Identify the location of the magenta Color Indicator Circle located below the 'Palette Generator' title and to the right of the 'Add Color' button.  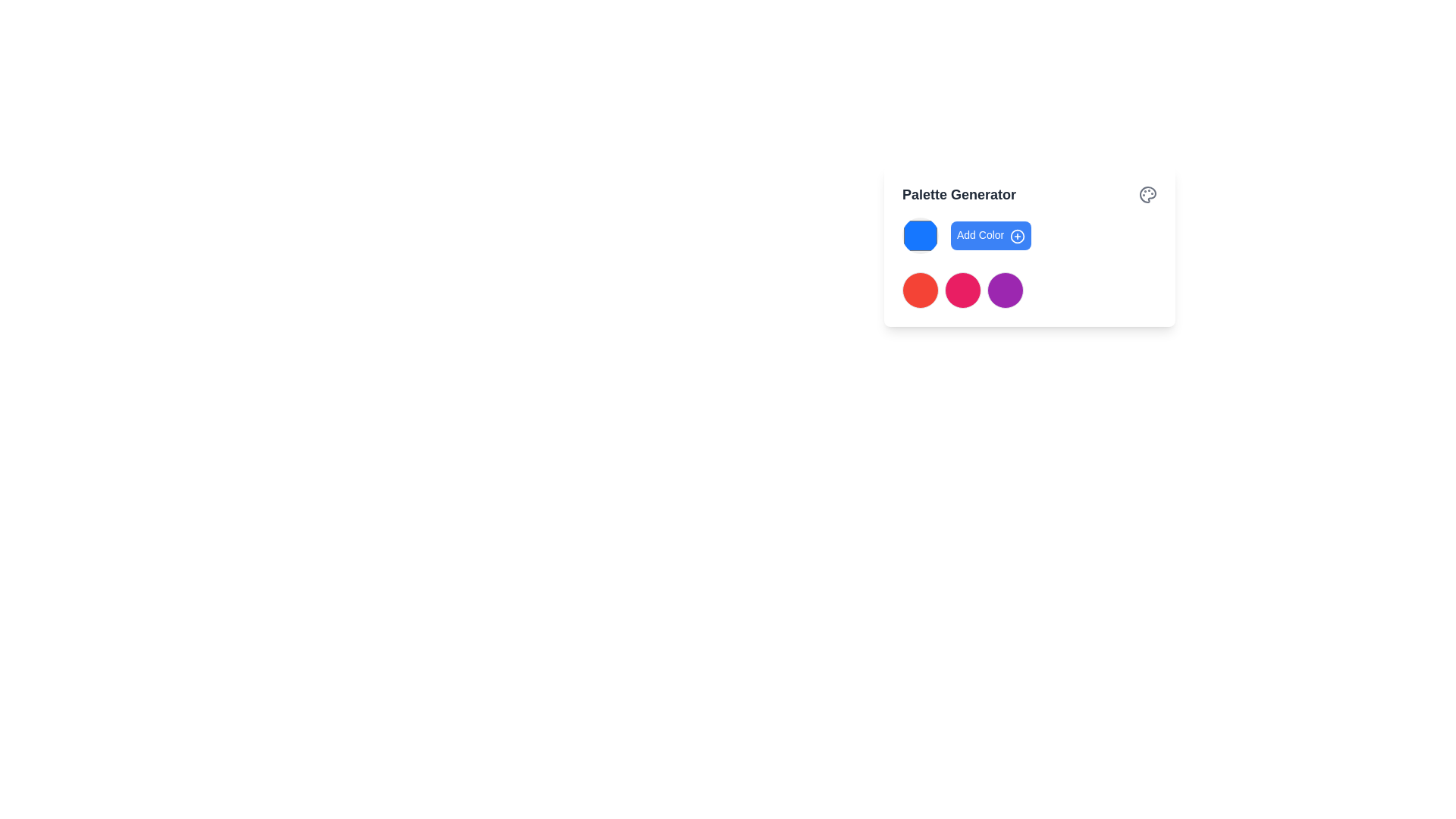
(962, 290).